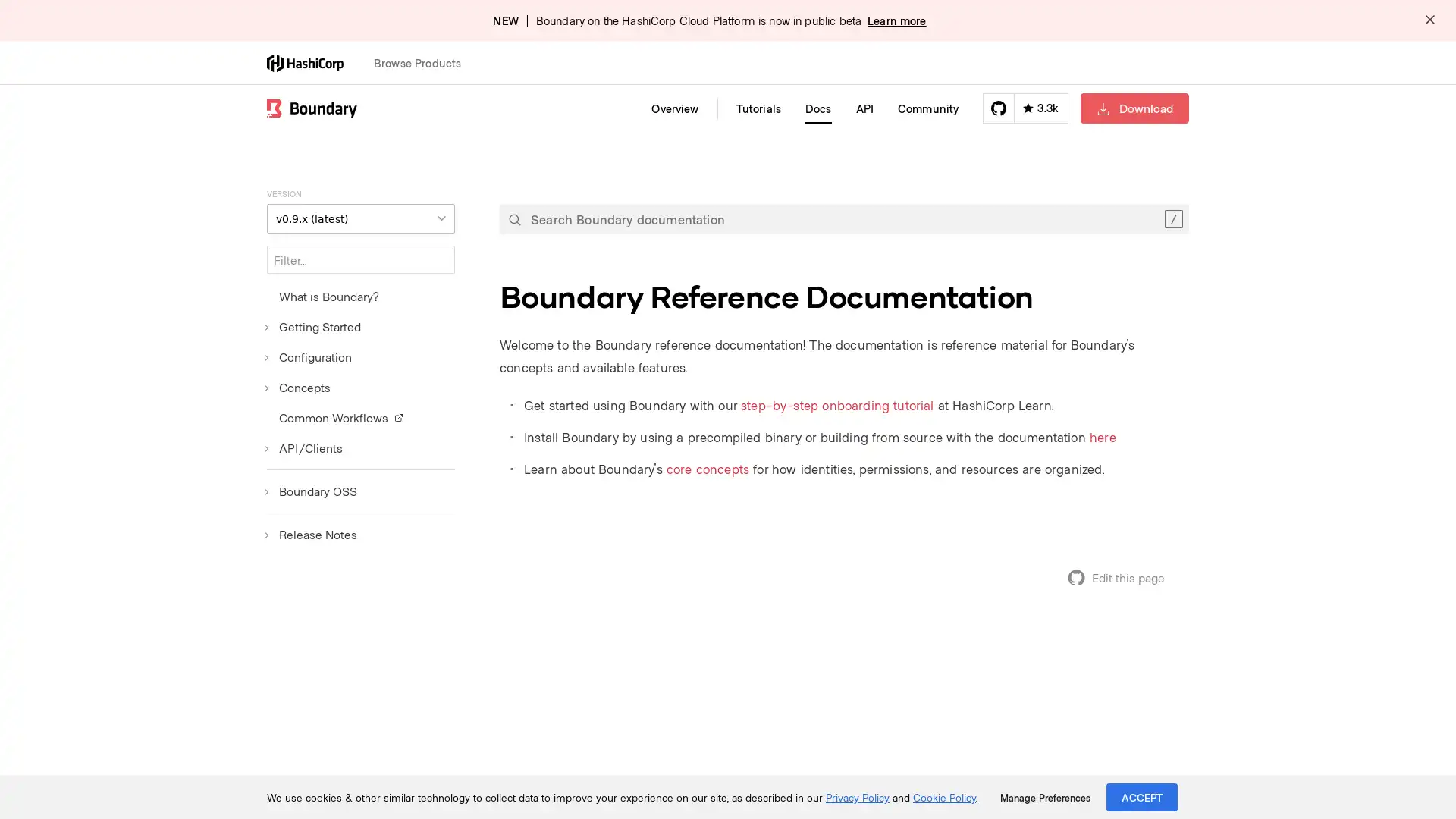 The image size is (1456, 819). Describe the element at coordinates (311, 534) in the screenshot. I see `Release Notes` at that location.